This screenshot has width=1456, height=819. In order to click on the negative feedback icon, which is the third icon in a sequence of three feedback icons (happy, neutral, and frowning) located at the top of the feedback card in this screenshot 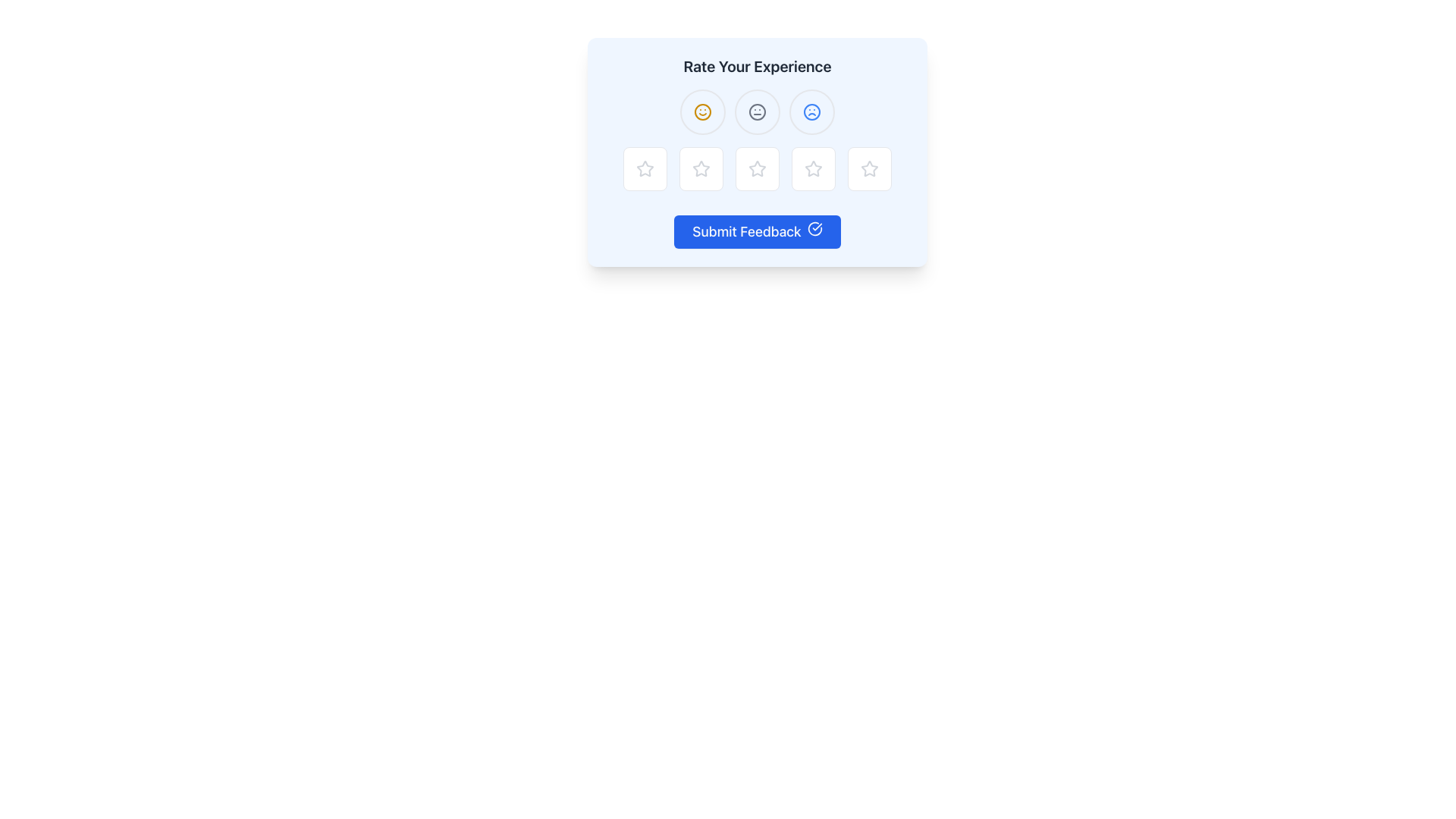, I will do `click(811, 111)`.